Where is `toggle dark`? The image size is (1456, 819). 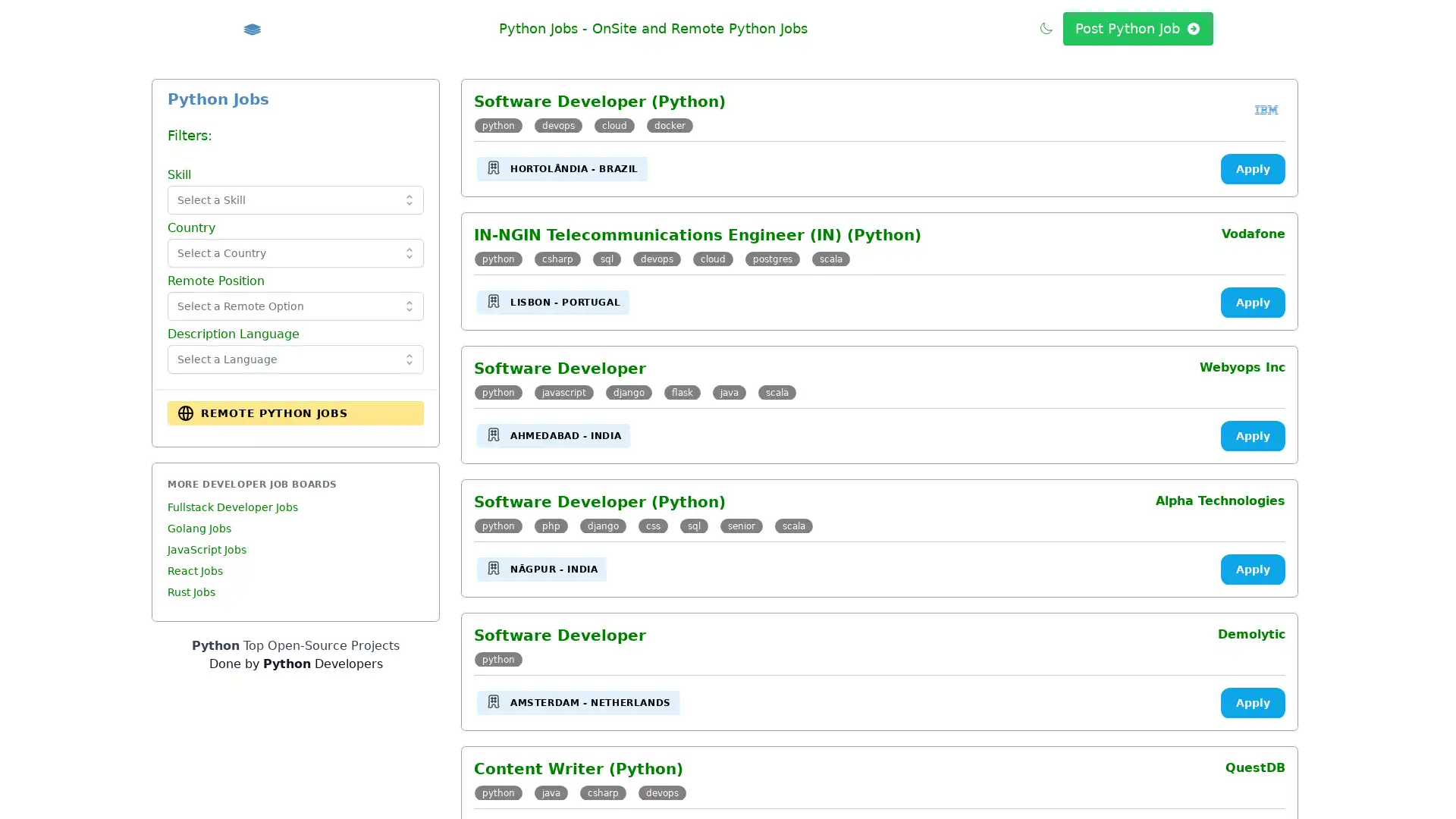 toggle dark is located at coordinates (1046, 27).